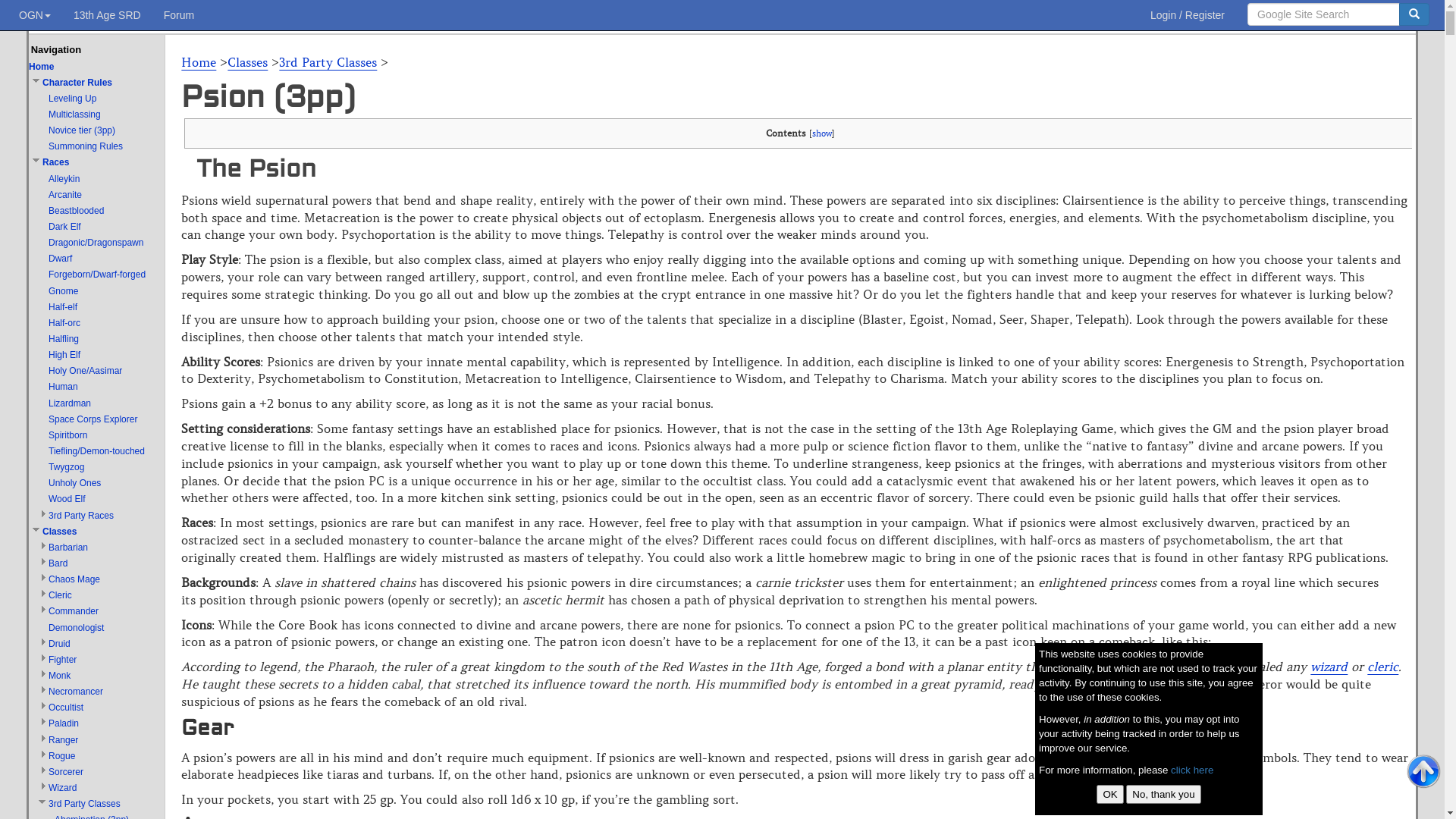 This screenshot has width=1456, height=819. I want to click on 'Multiclassing', so click(48, 113).